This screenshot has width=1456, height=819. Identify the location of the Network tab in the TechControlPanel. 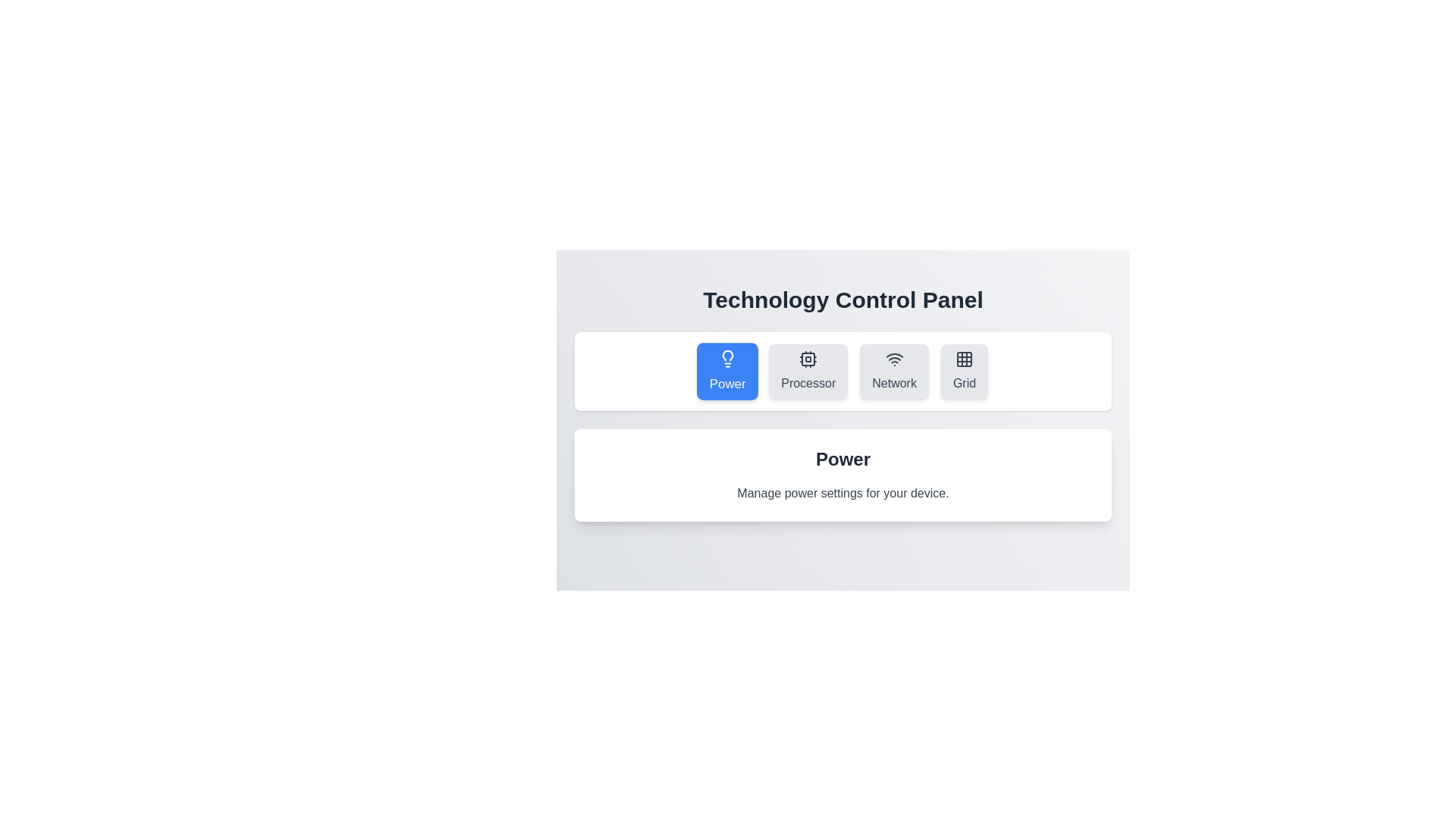
(894, 371).